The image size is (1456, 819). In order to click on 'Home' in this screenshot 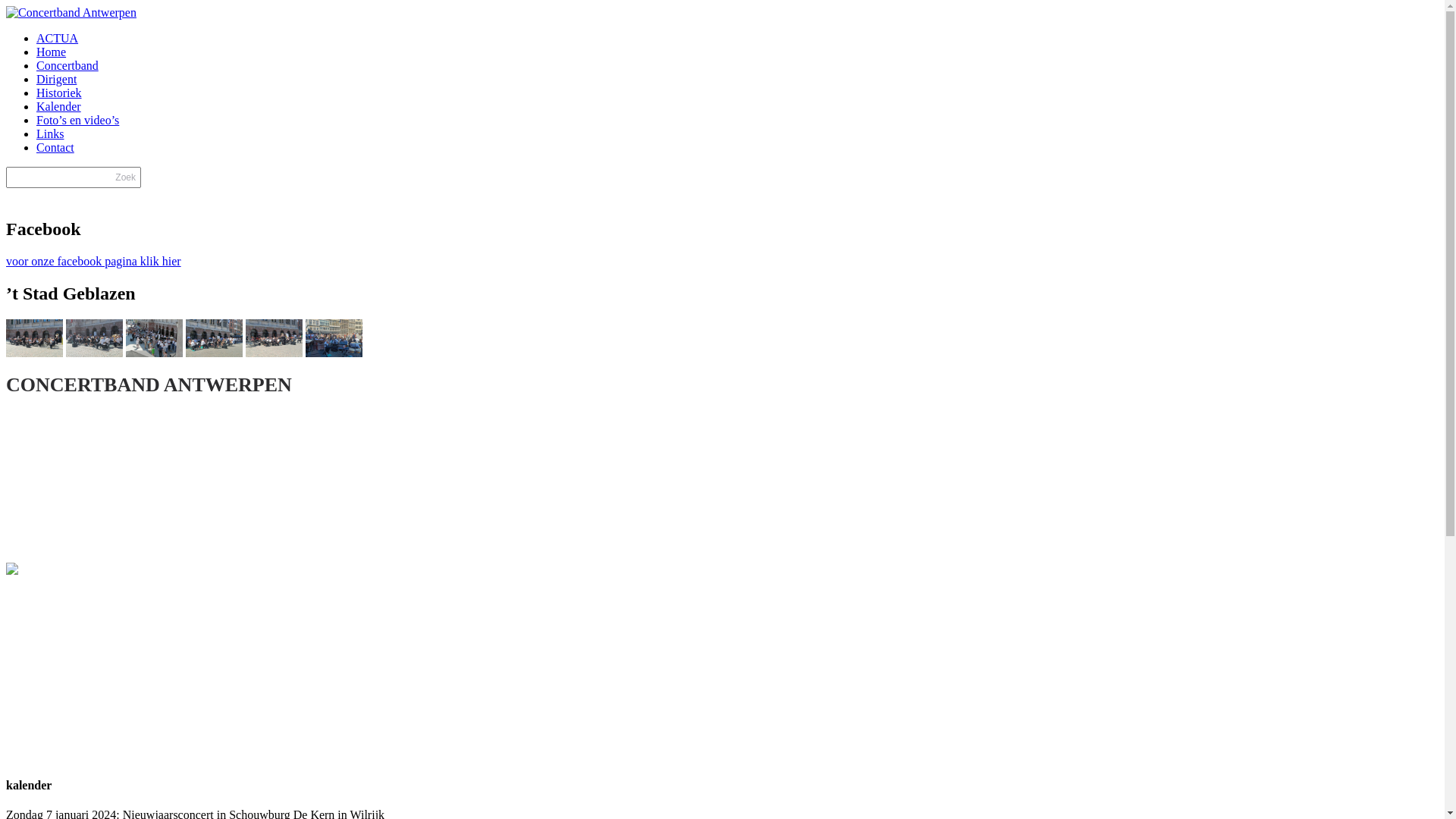, I will do `click(51, 51)`.